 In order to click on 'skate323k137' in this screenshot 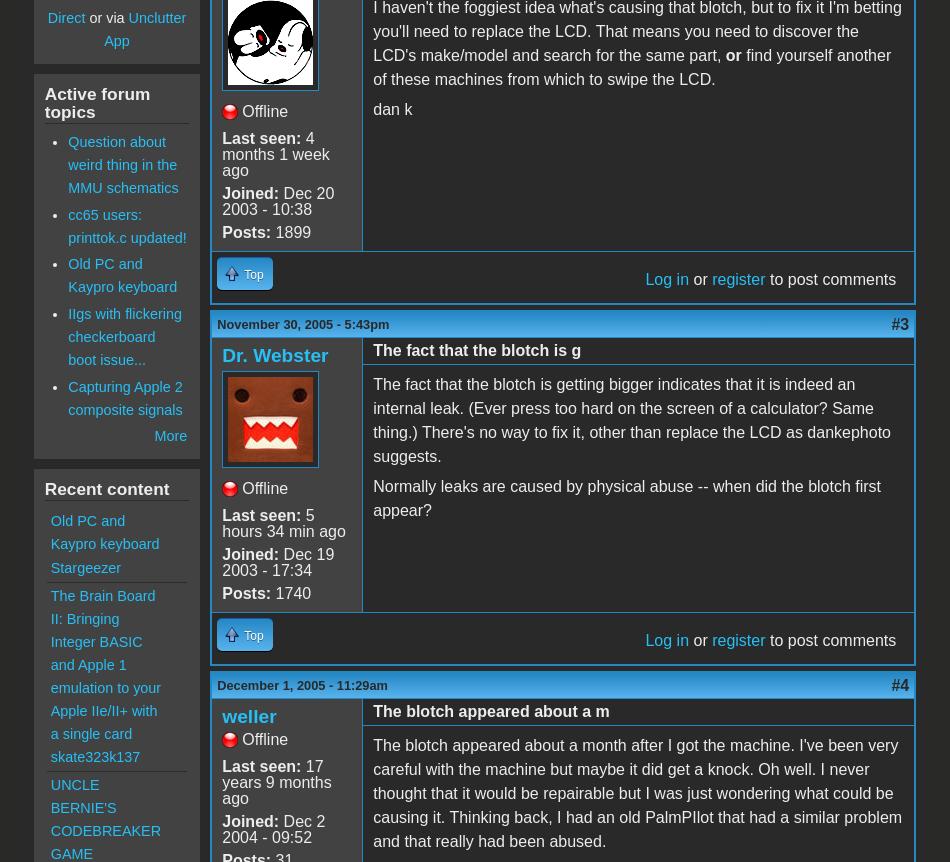, I will do `click(95, 755)`.